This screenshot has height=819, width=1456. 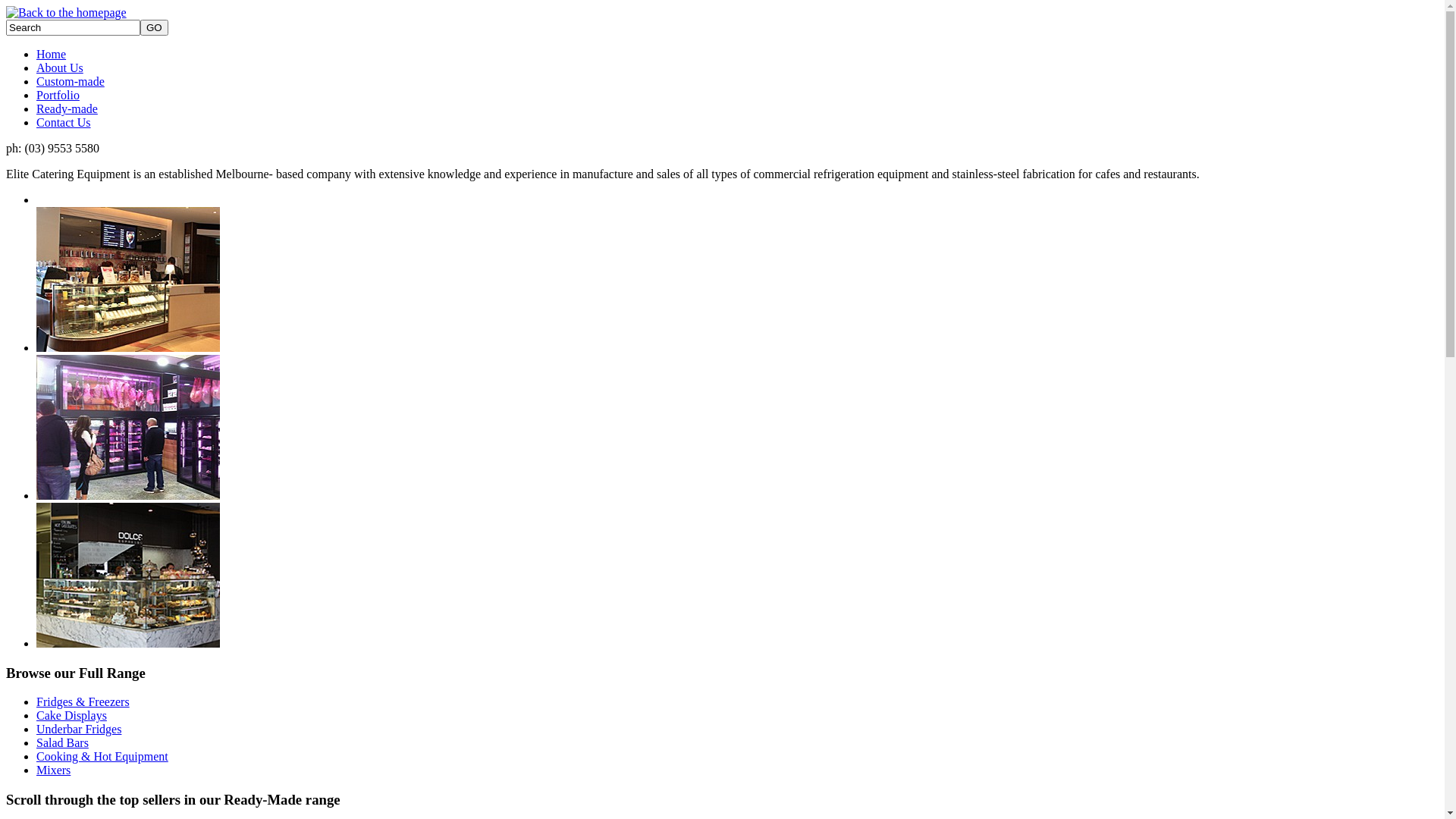 I want to click on 'Contact Us', so click(x=36, y=121).